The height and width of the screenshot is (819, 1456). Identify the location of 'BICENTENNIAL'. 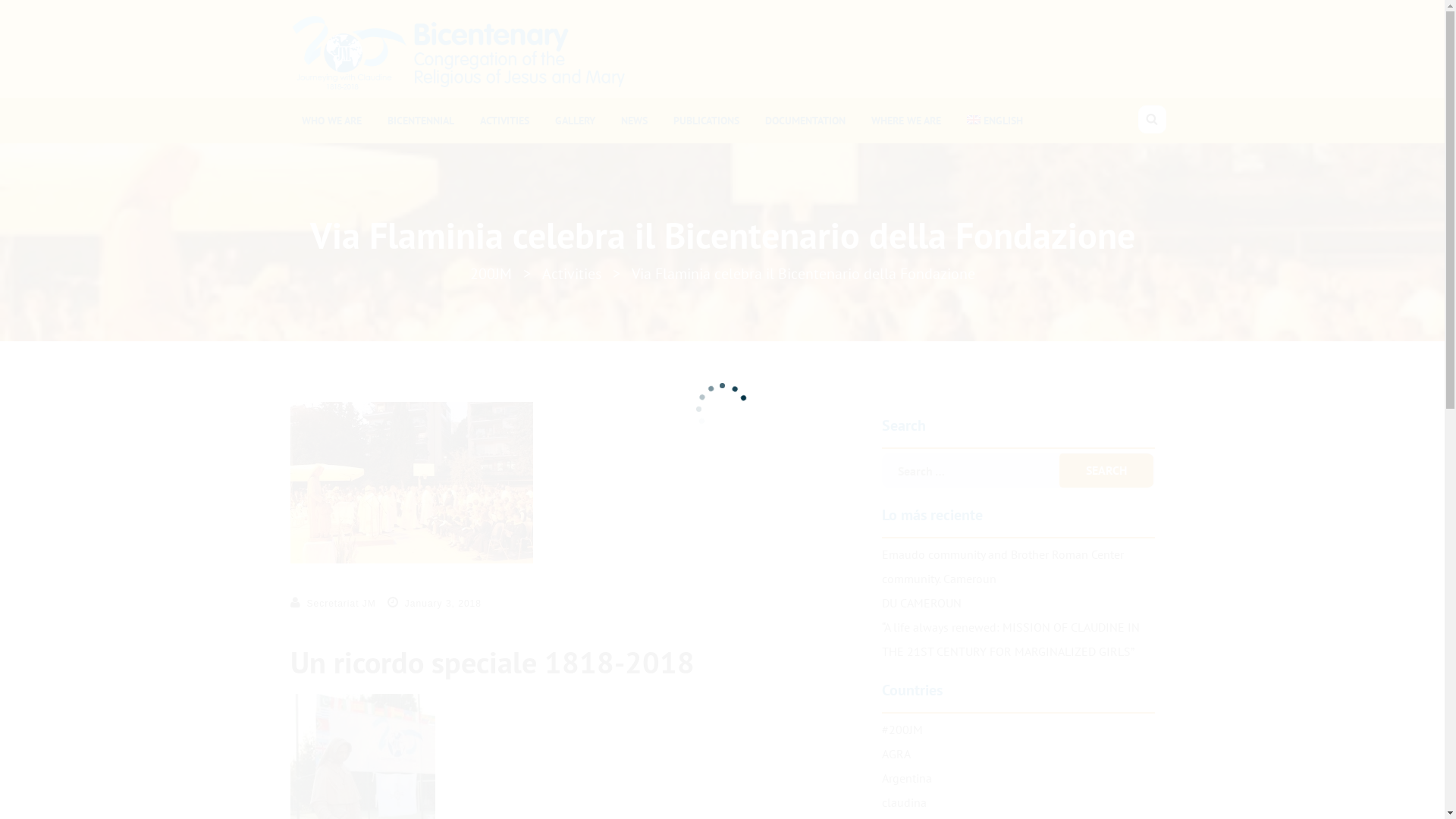
(421, 119).